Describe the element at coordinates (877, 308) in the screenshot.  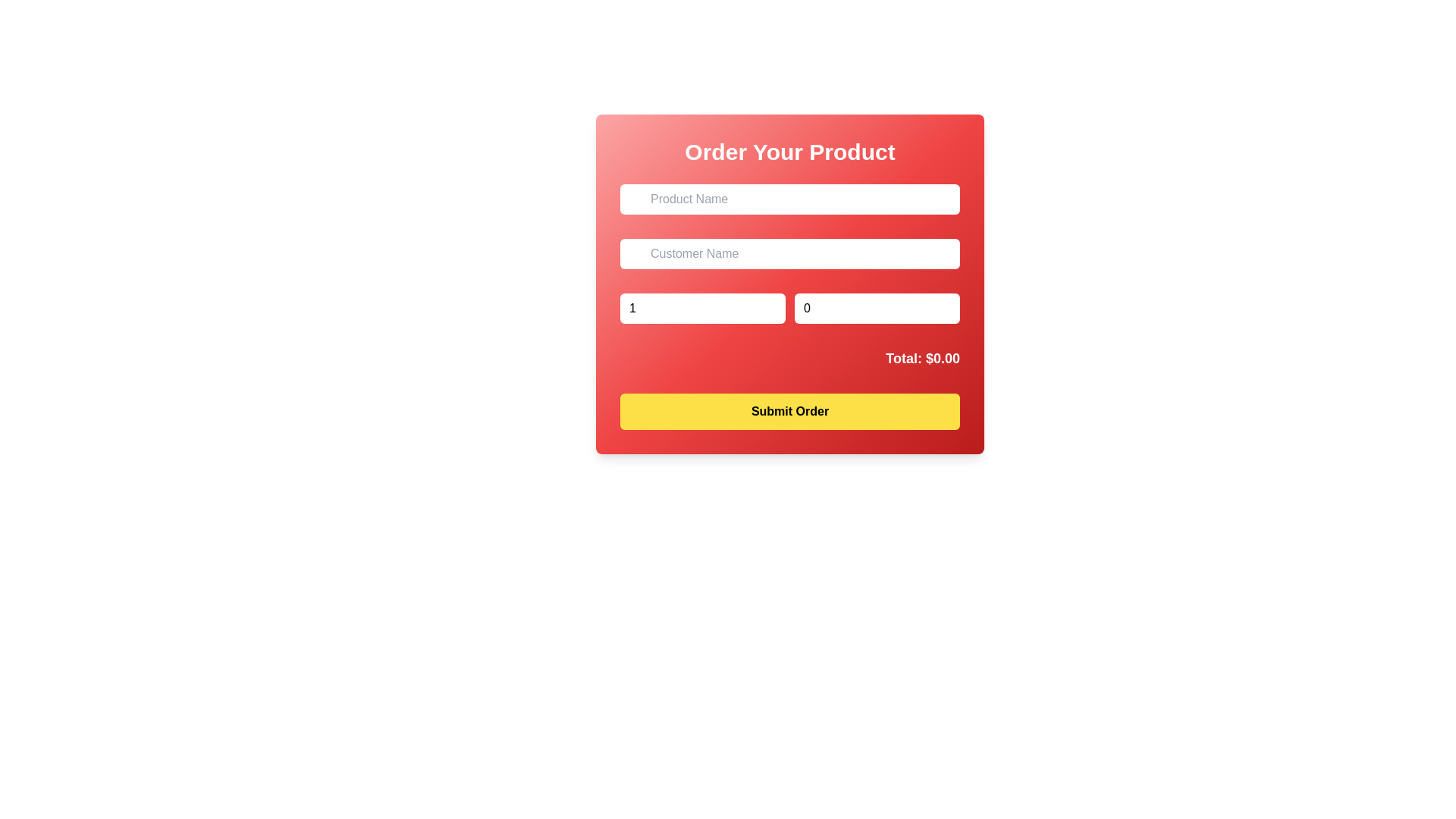
I see `the input box labeled 'Price per Unit', which is a rectangular box with a white background and thin rounded corners, located in the lower part of the form` at that location.